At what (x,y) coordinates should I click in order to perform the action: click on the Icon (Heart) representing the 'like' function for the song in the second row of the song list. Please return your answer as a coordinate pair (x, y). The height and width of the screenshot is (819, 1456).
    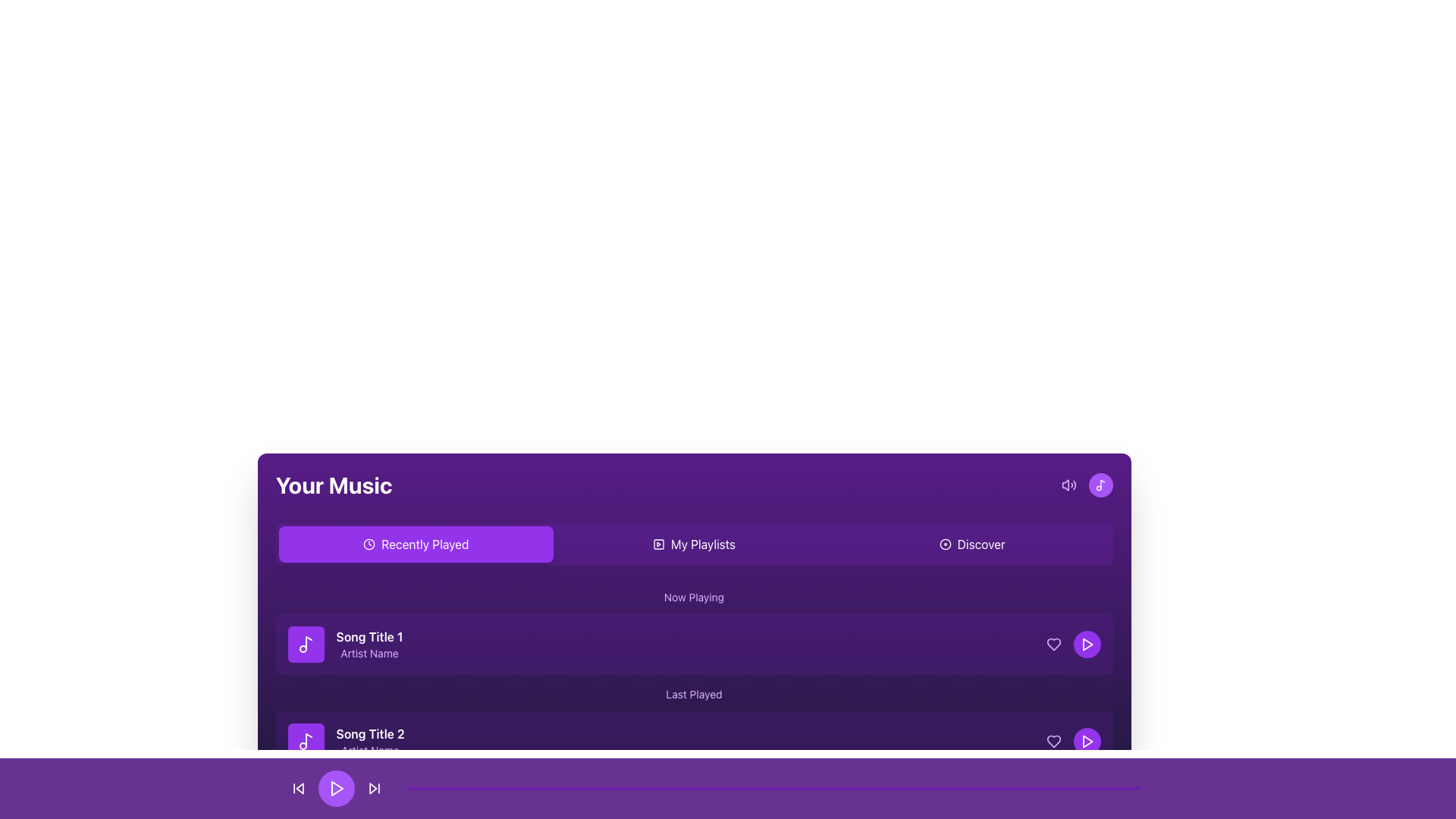
    Looking at the image, I should click on (1053, 644).